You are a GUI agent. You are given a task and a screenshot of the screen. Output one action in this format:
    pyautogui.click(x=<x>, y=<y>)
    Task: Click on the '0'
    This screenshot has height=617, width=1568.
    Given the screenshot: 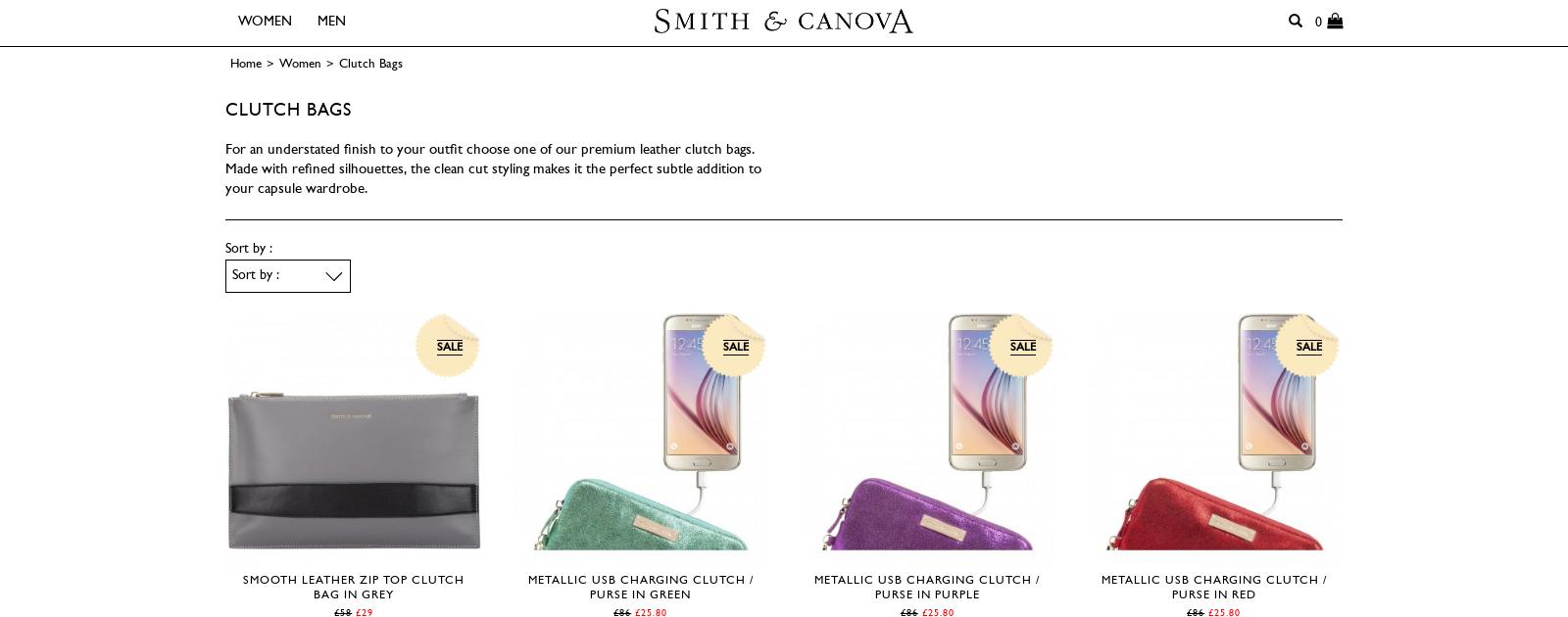 What is the action you would take?
    pyautogui.click(x=1319, y=22)
    